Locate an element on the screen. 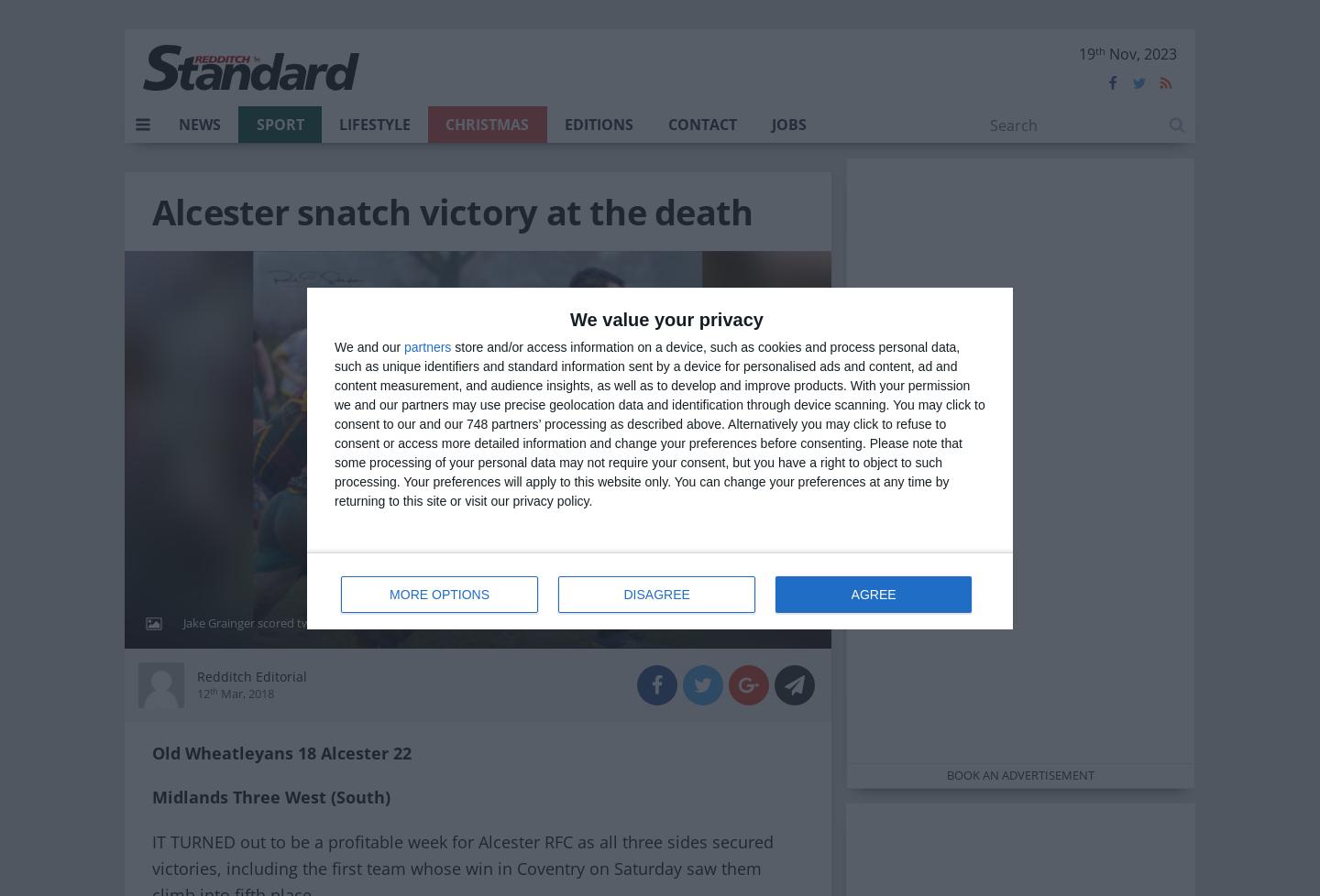  '19' is located at coordinates (1079, 53).